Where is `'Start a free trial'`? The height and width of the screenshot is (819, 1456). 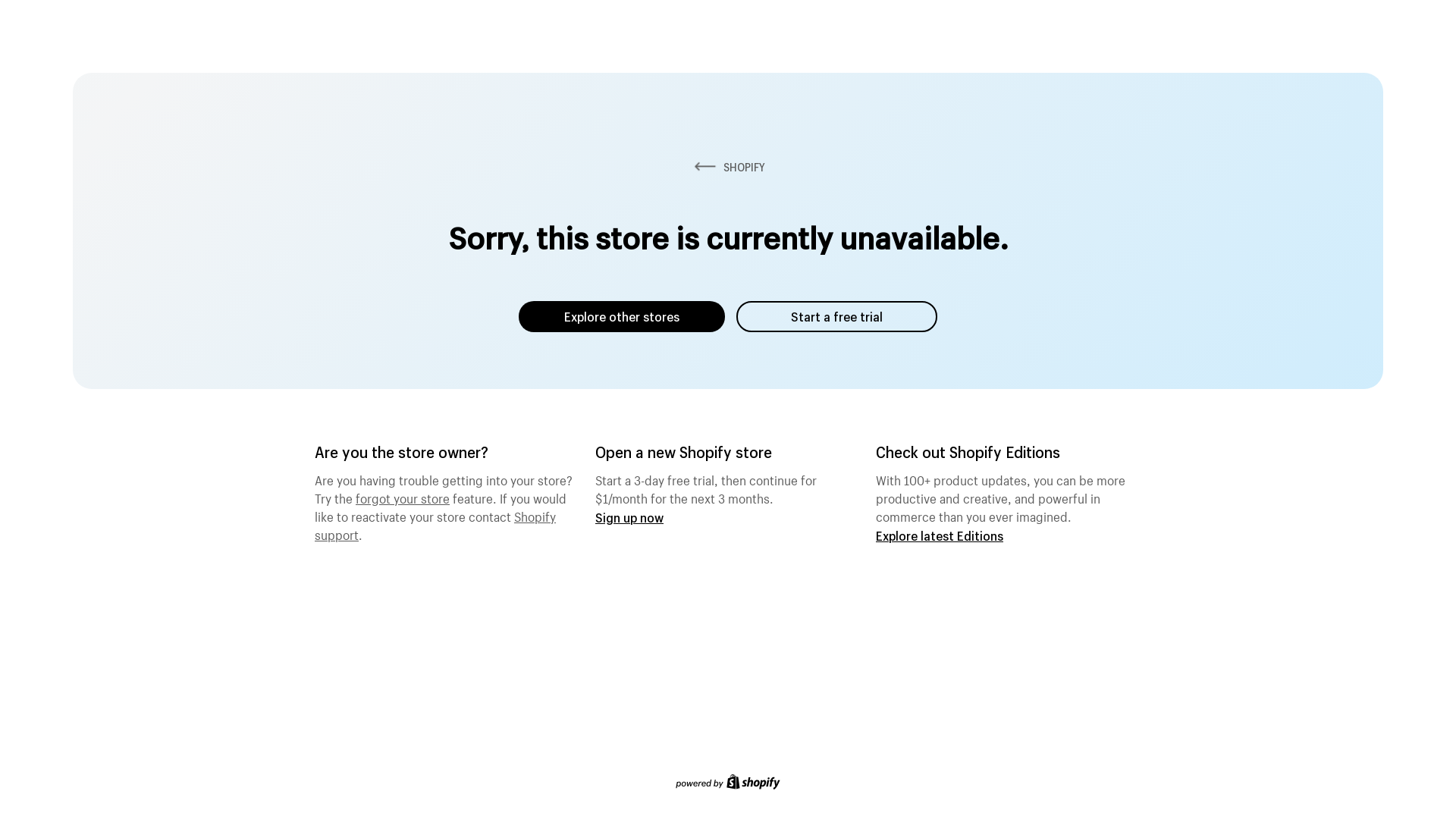
'Start a free trial' is located at coordinates (736, 315).